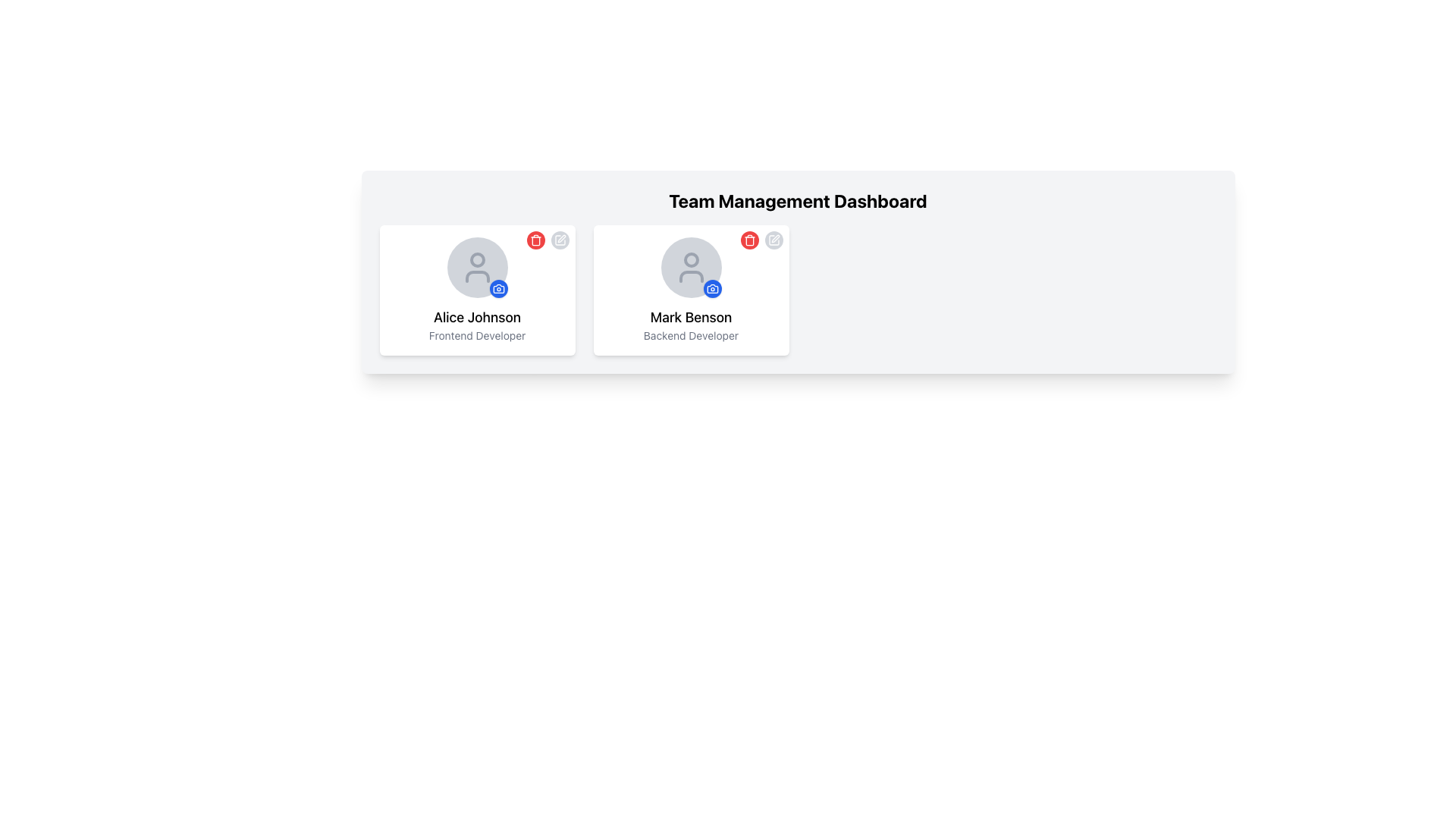 This screenshot has width=1456, height=819. What do you see at coordinates (773, 239) in the screenshot?
I see `the edit button located in the top-right corner of the card for 'Mark Benson'` at bounding box center [773, 239].